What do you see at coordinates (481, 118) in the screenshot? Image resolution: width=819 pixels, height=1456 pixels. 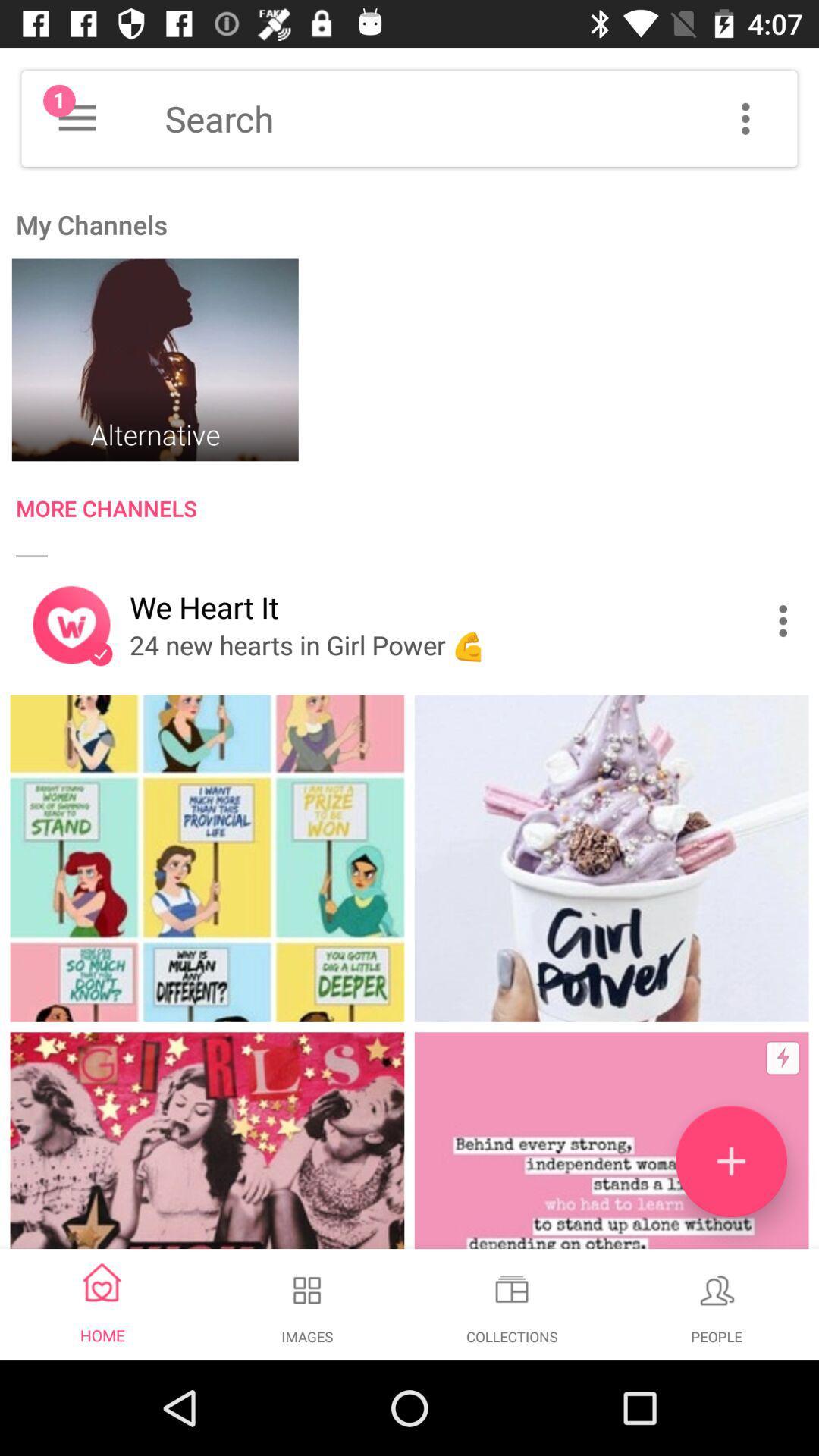 I see `clique aqui para fazer buscas` at bounding box center [481, 118].